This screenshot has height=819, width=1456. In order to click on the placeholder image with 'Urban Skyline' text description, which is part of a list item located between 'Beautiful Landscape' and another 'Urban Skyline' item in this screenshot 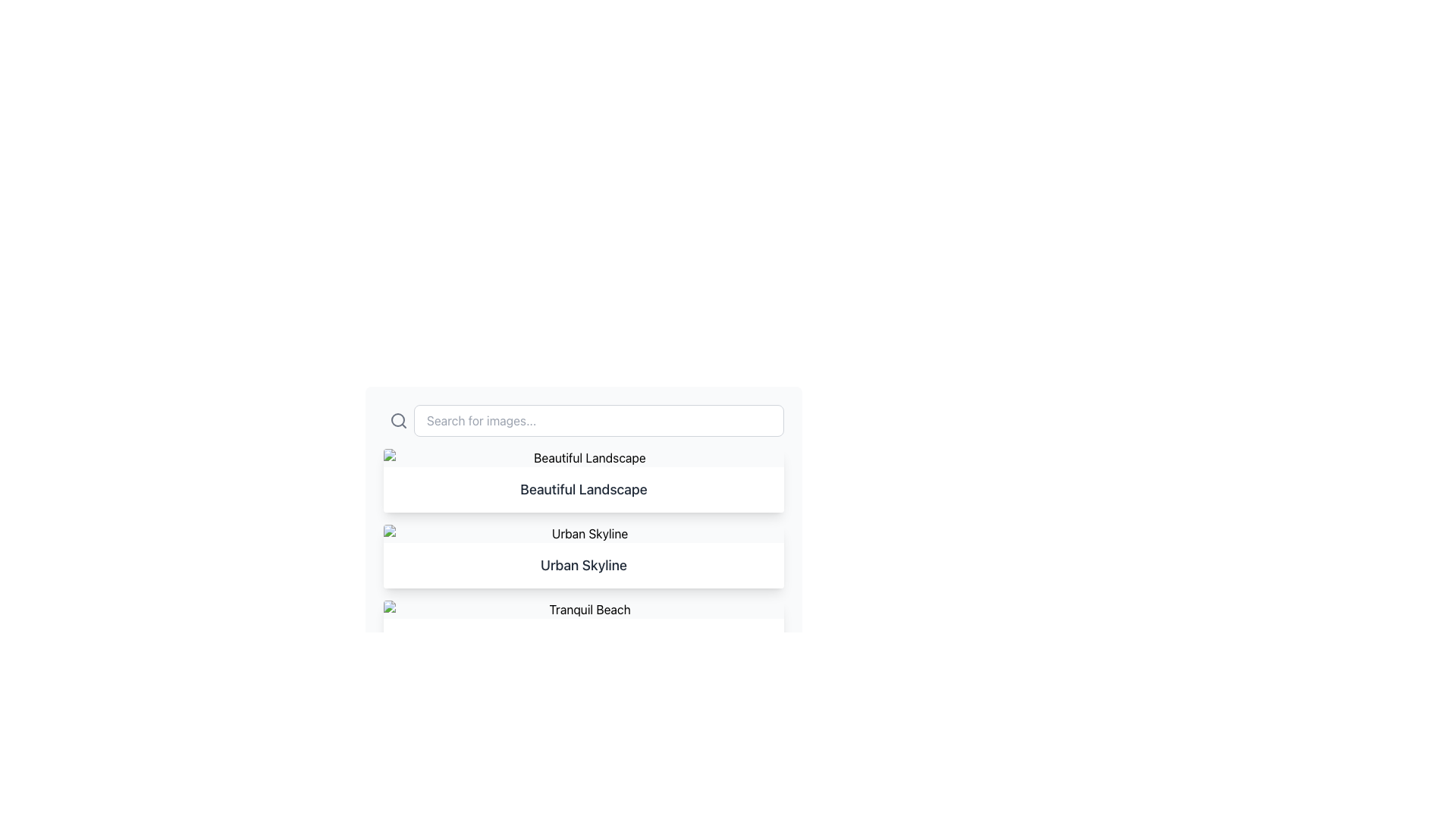, I will do `click(582, 533)`.